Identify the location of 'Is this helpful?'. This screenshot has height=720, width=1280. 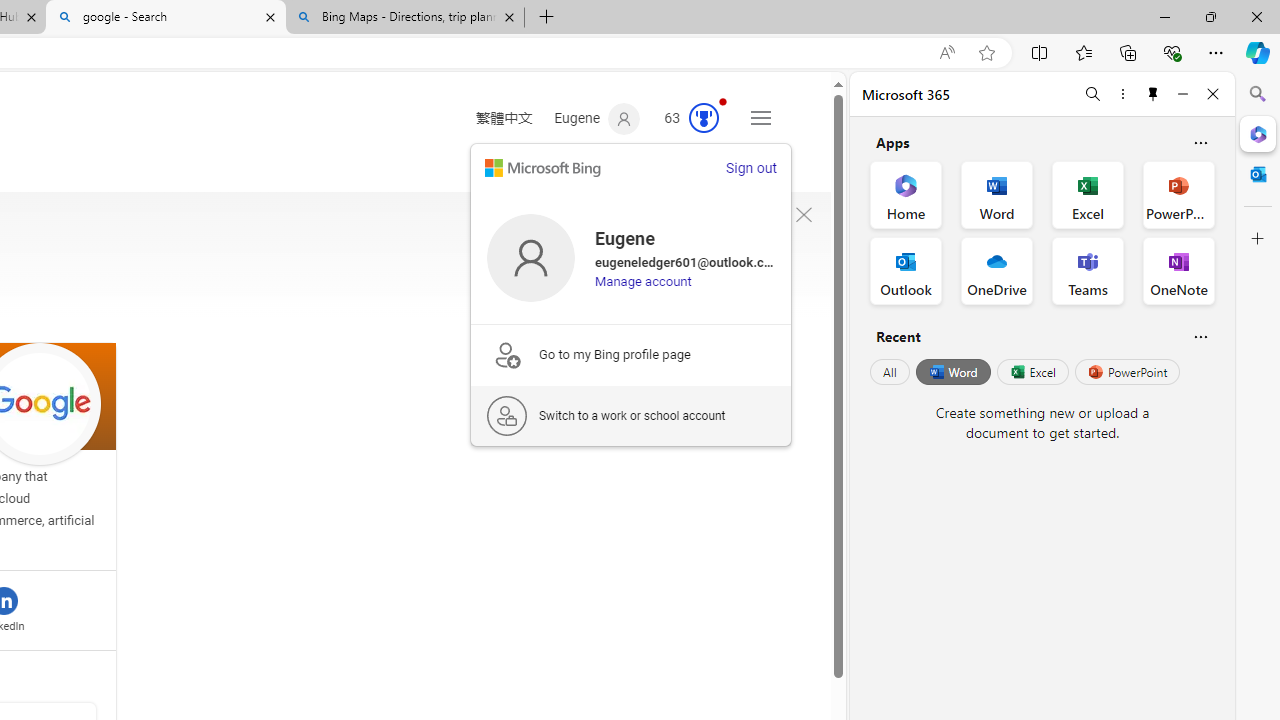
(1200, 335).